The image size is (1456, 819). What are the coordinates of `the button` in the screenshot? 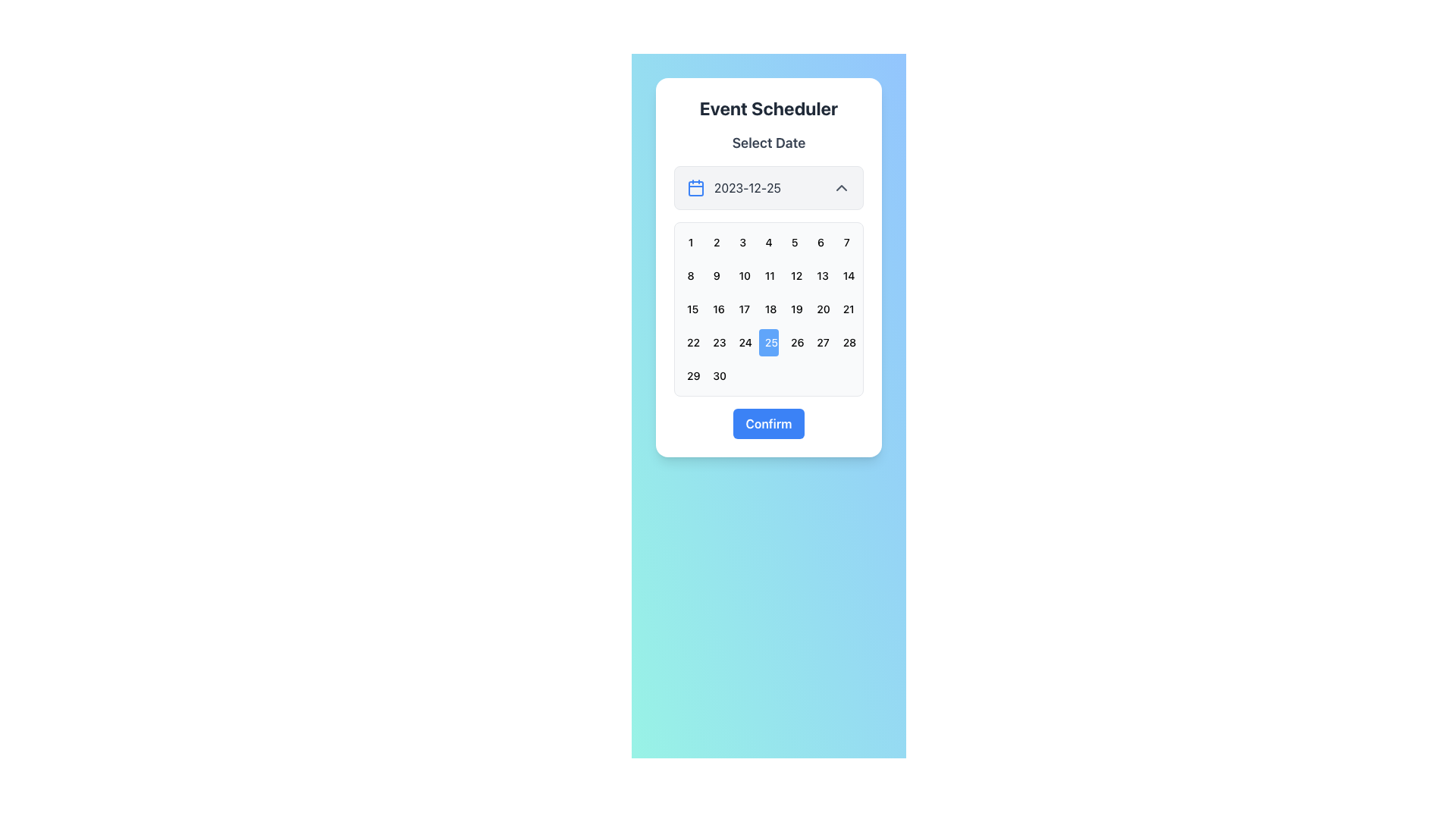 It's located at (846, 242).